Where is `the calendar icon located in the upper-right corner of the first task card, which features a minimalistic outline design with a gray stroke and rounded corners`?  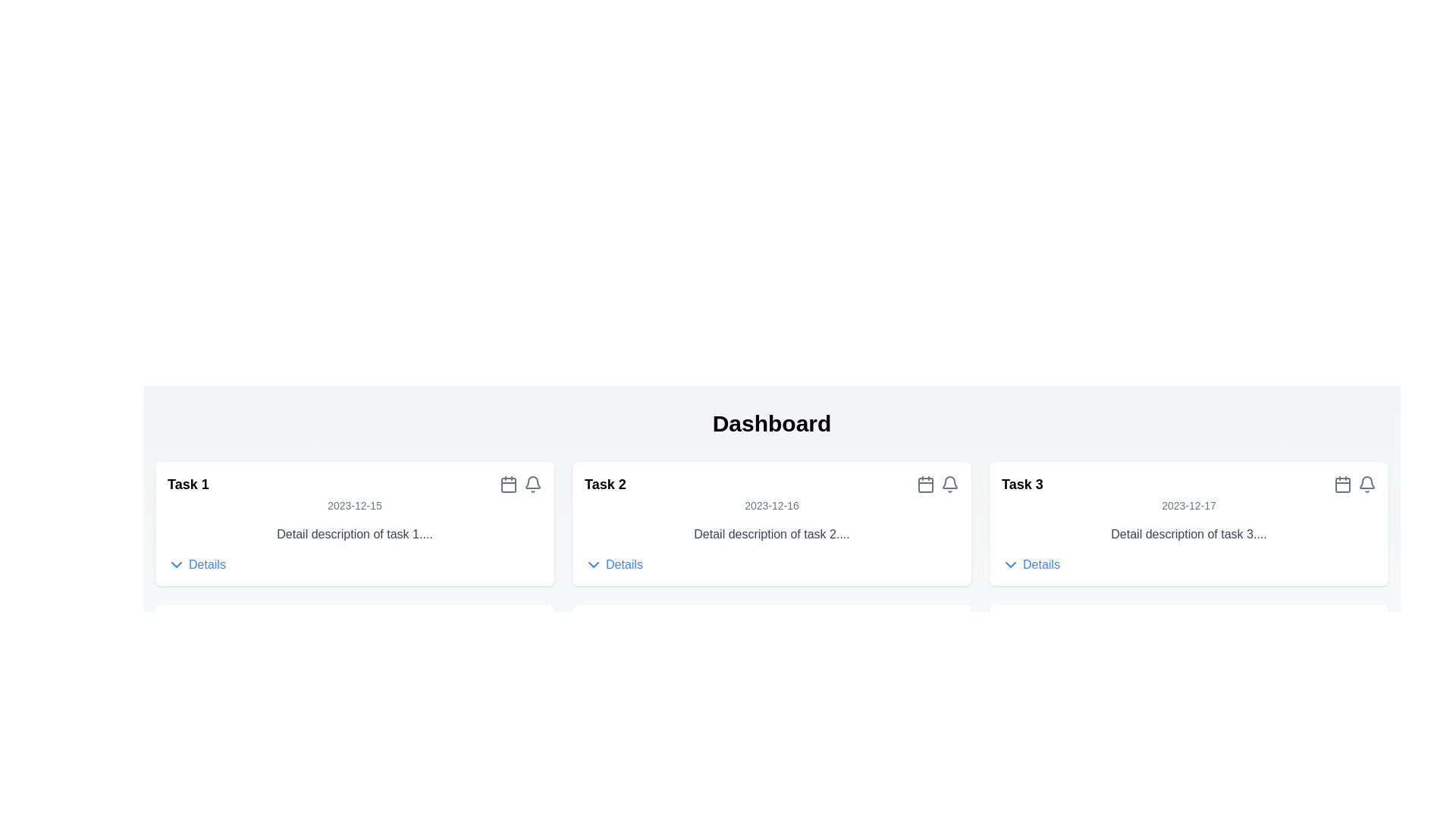 the calendar icon located in the upper-right corner of the first task card, which features a minimalistic outline design with a gray stroke and rounded corners is located at coordinates (509, 485).